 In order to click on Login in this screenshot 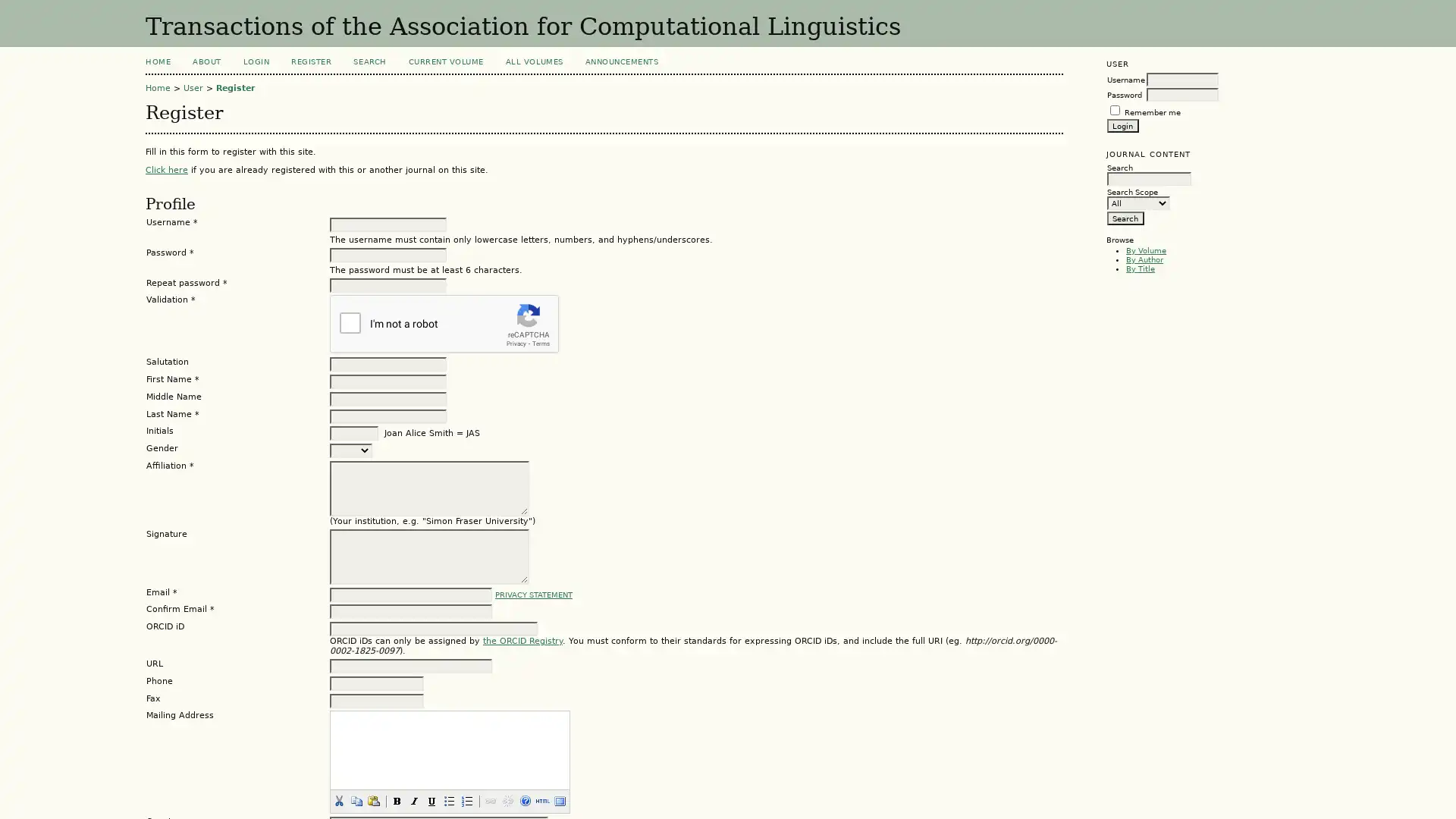, I will do `click(1122, 124)`.